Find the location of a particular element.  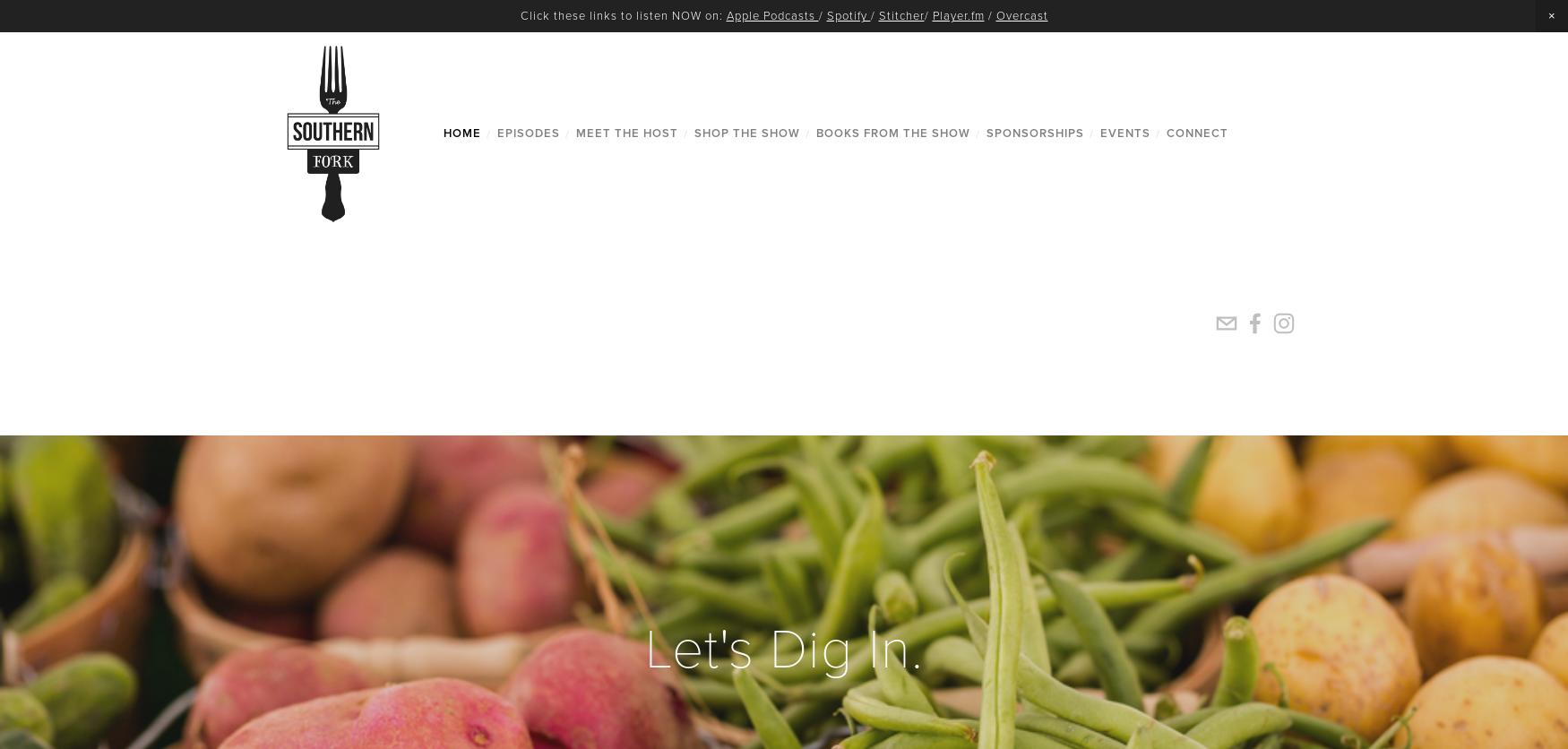

'Books from the Show' is located at coordinates (892, 132).